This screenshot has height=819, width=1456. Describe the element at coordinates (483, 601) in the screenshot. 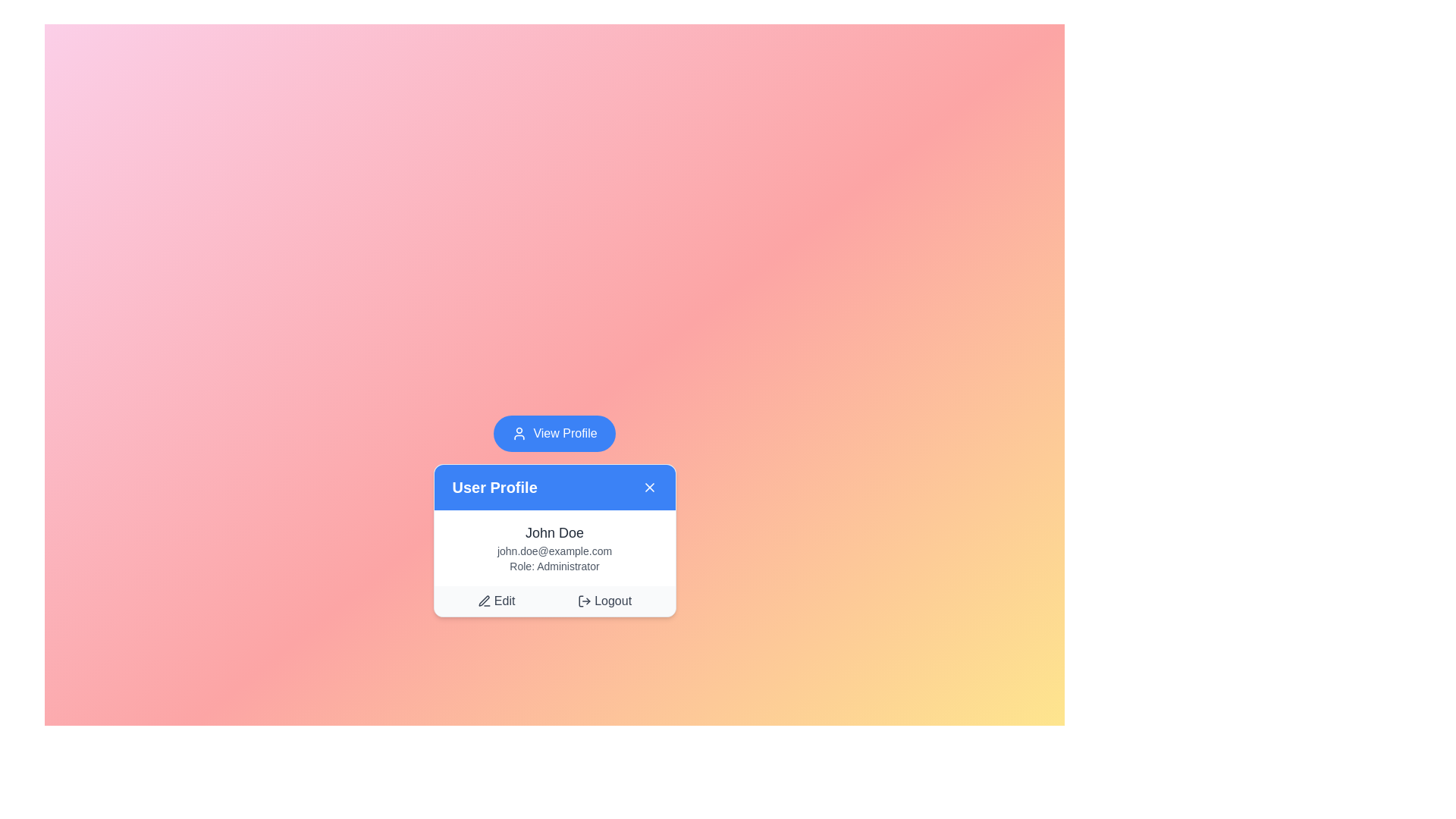

I see `the small, stylized pen icon located to the left of the 'Edit' text in the button at the bottom-left corner of the user profile card` at that location.